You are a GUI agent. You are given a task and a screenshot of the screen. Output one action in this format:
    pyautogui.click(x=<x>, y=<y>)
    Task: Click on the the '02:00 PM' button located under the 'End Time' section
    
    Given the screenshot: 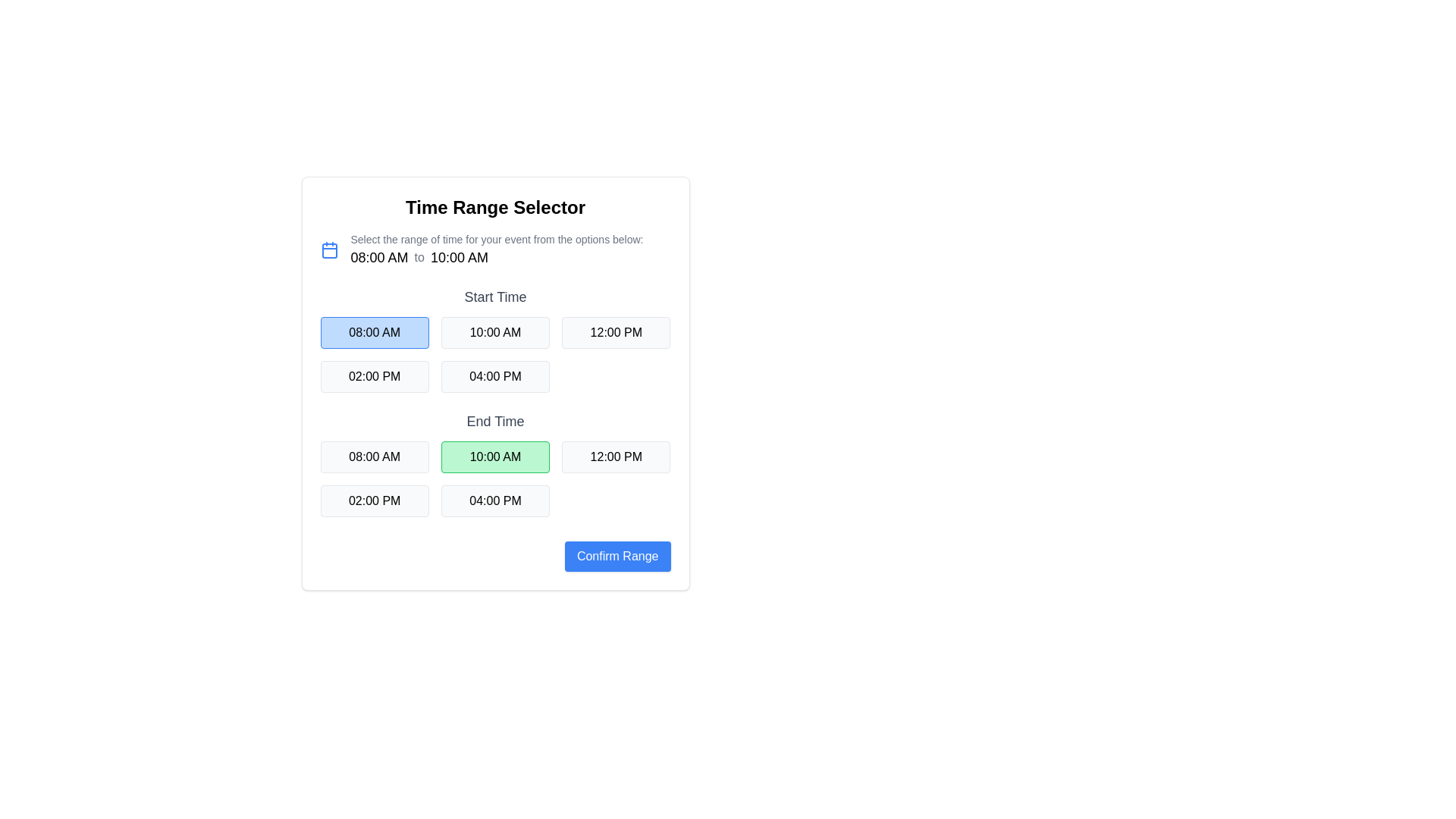 What is the action you would take?
    pyautogui.click(x=375, y=500)
    